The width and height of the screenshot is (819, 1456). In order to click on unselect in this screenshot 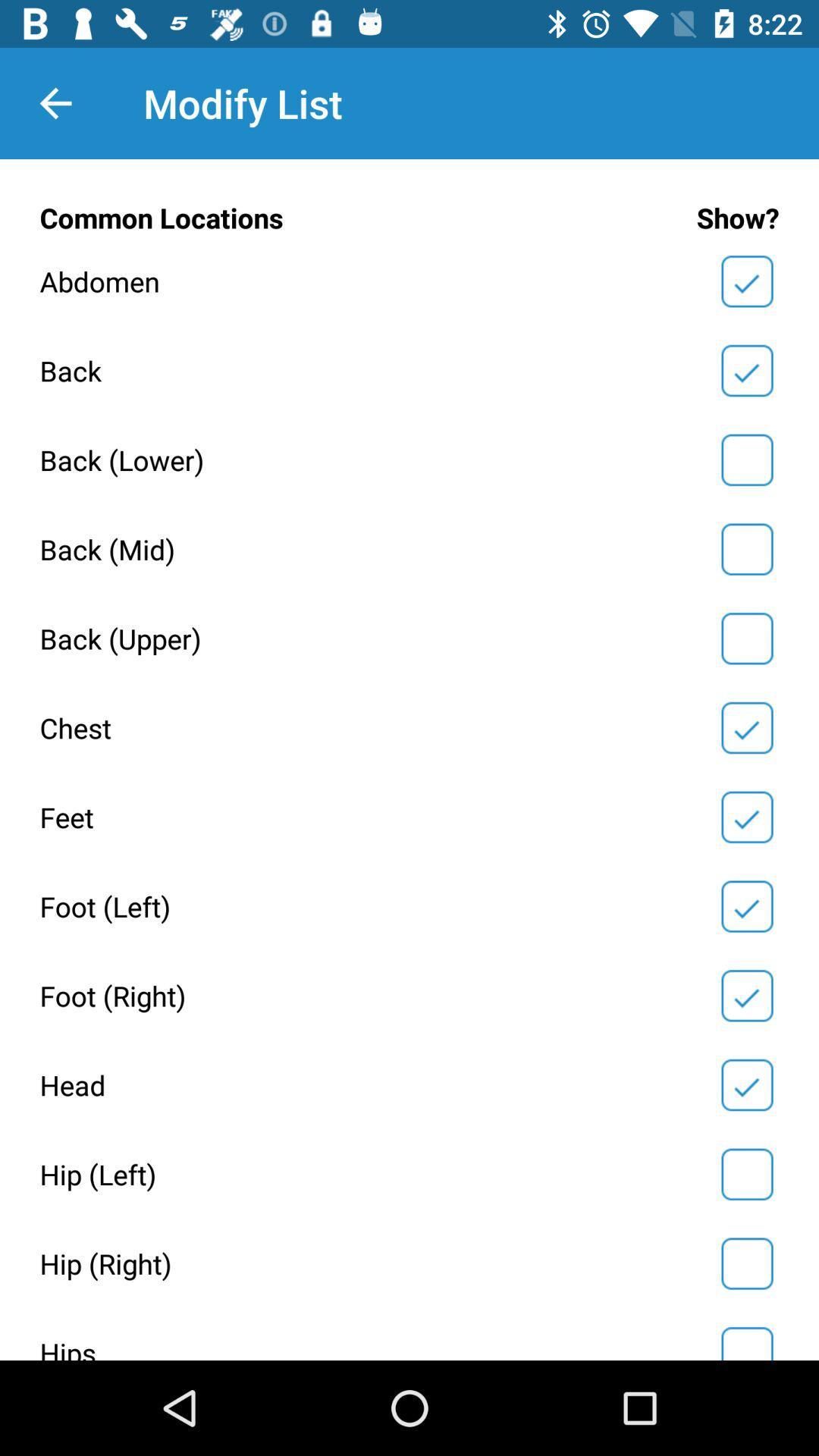, I will do `click(746, 906)`.